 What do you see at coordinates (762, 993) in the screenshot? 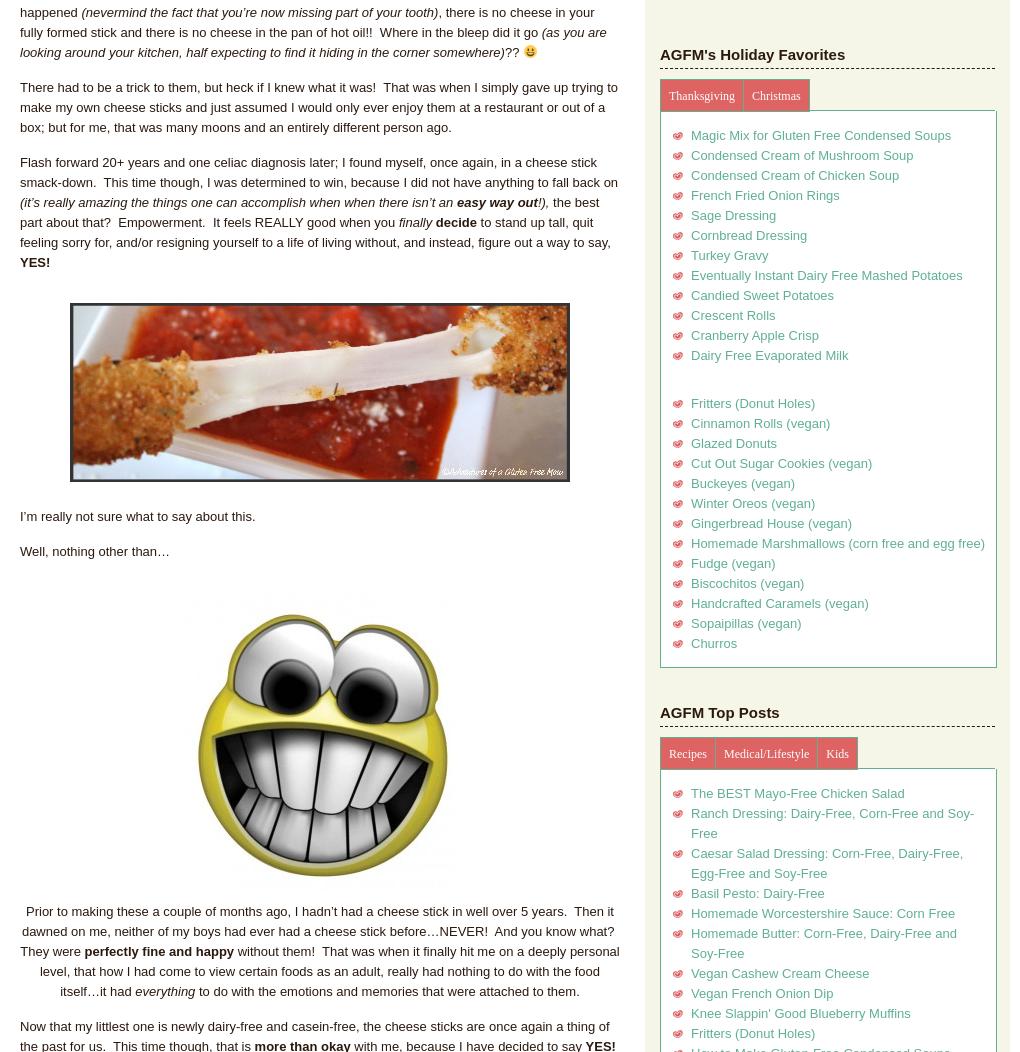
I see `'Vegan French Onion Dip'` at bounding box center [762, 993].